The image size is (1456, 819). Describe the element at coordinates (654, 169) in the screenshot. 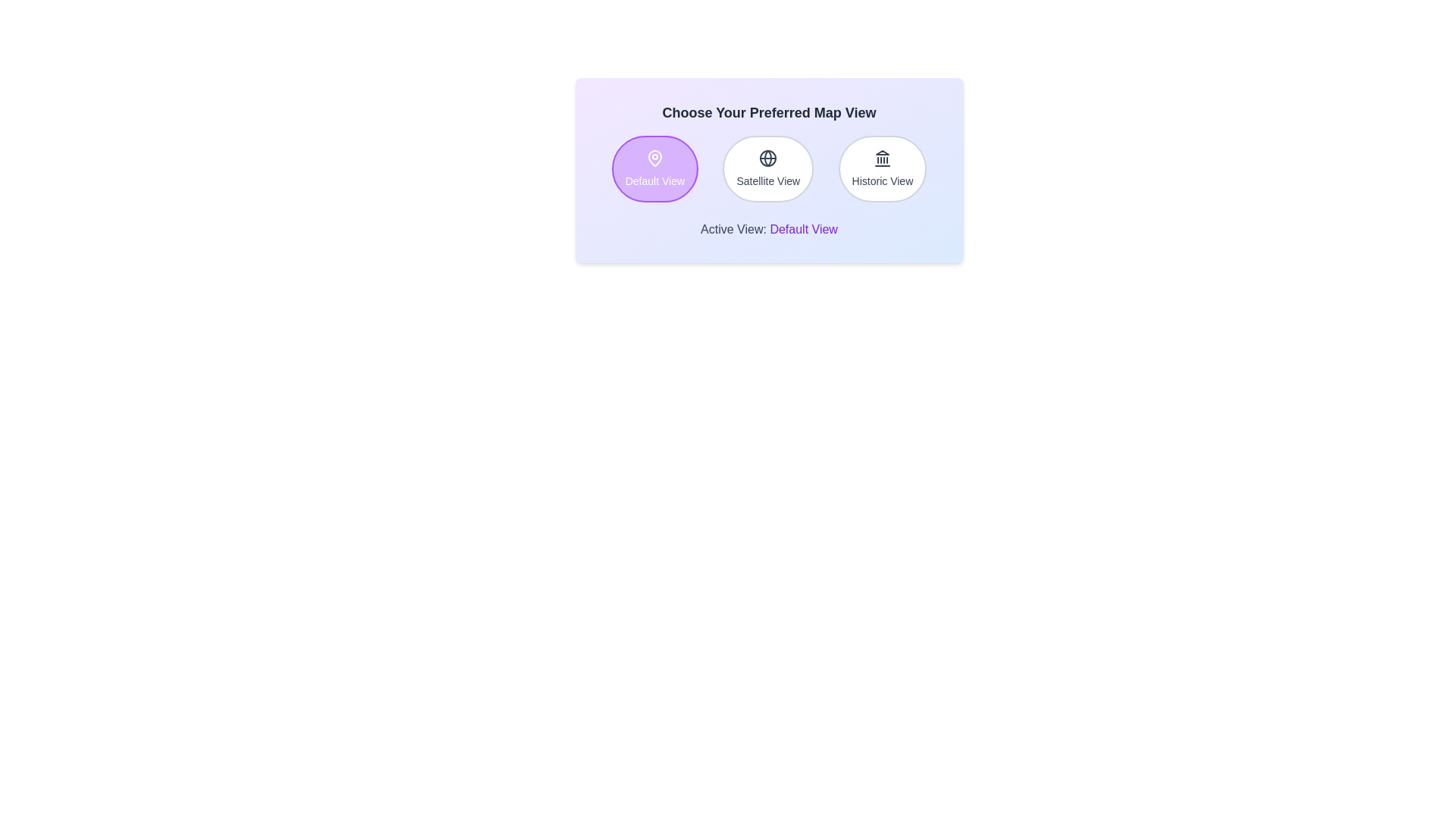

I see `the button labeled Default View to observe its hover effect` at that location.